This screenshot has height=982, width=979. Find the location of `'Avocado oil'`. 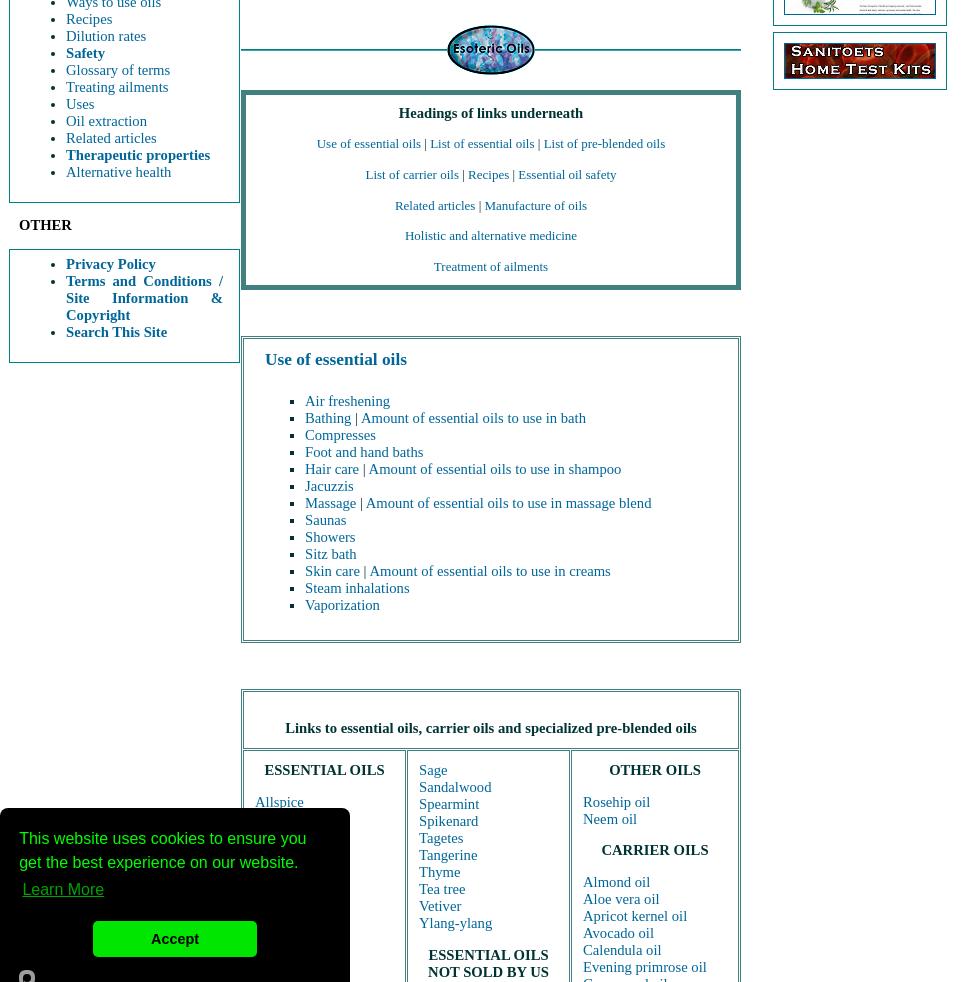

'Avocado oil' is located at coordinates (617, 932).